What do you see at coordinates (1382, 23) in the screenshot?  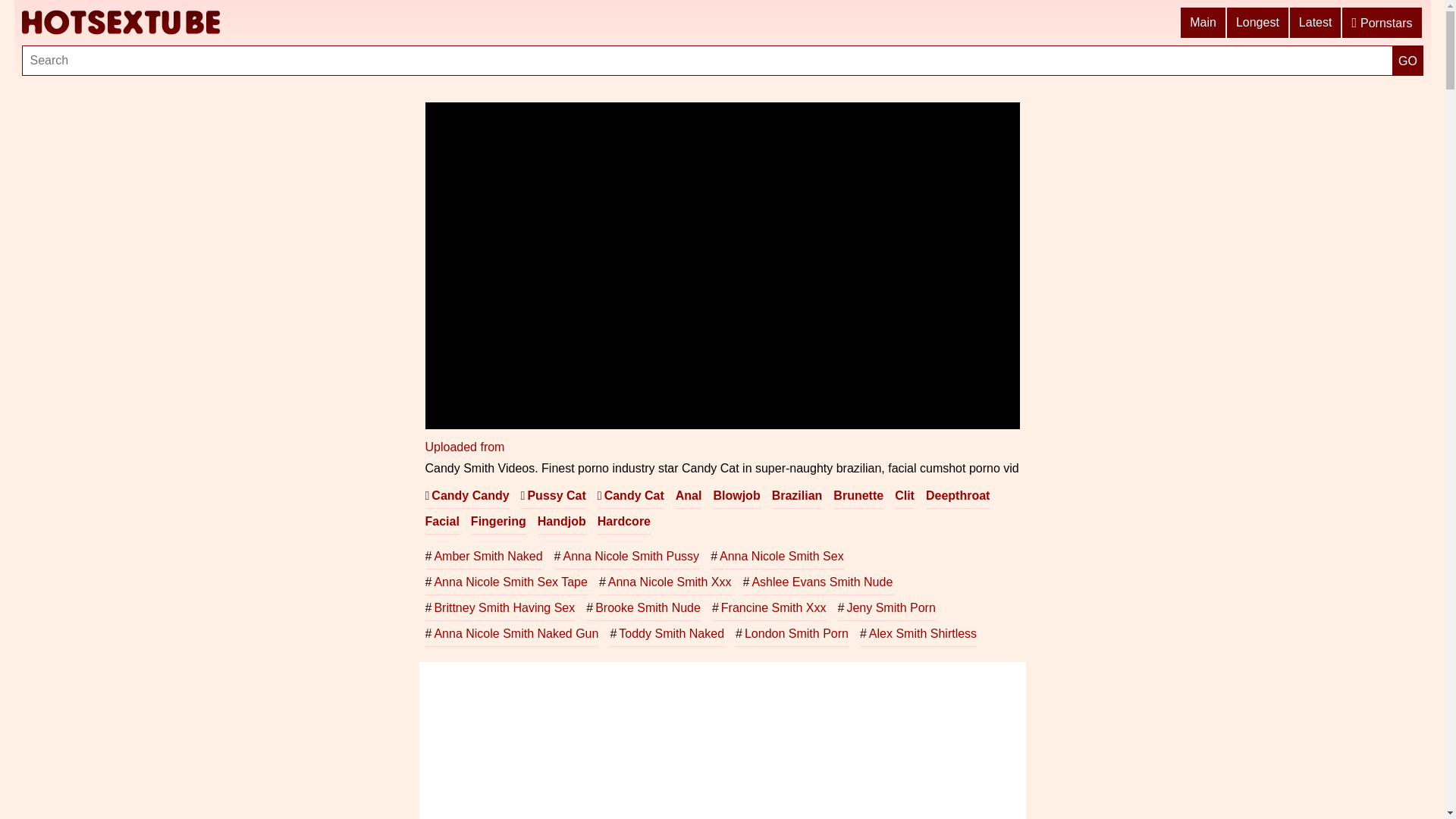 I see `'Pornstars'` at bounding box center [1382, 23].